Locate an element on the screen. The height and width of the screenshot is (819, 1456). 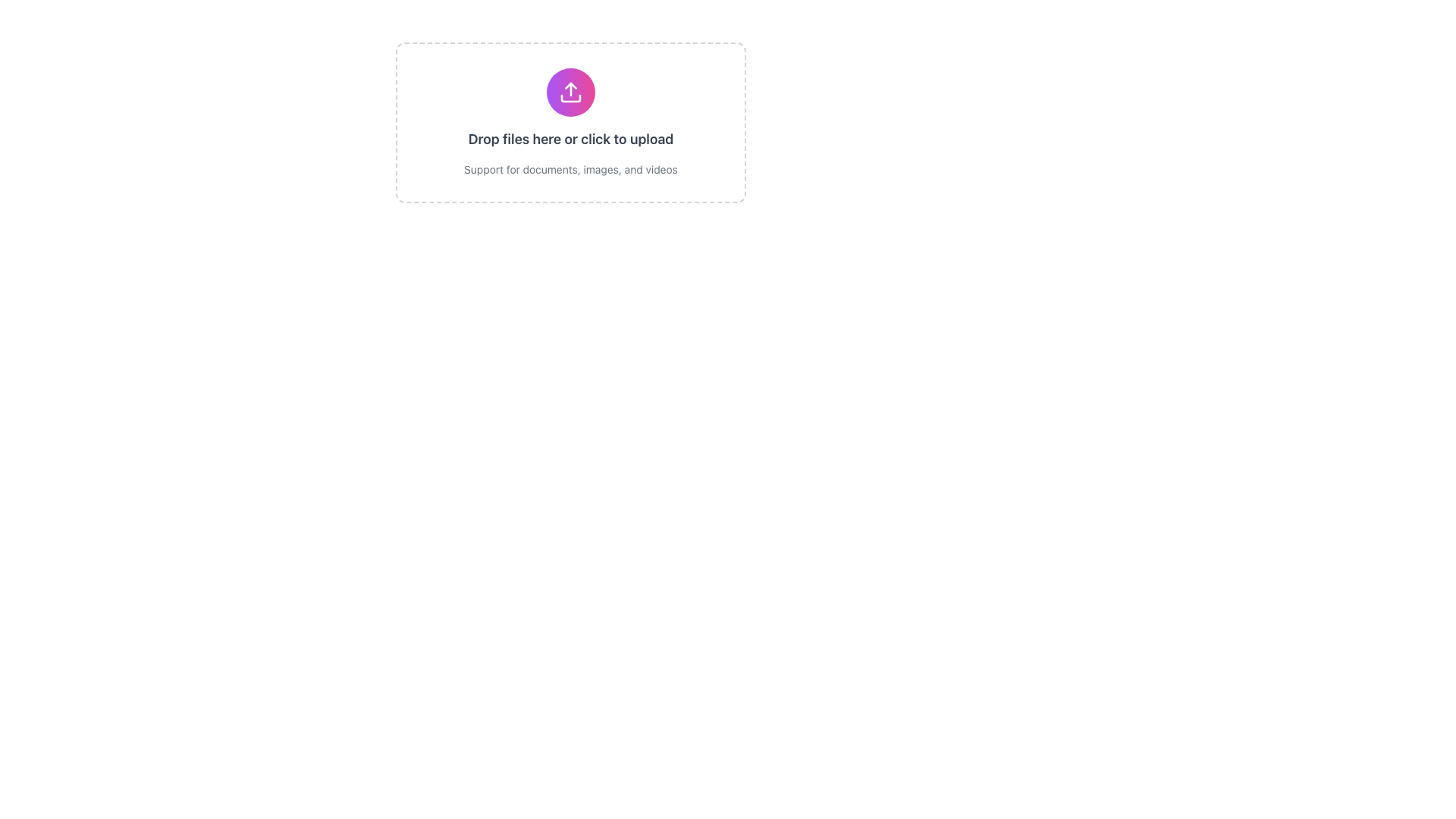
the center of the upload button with an icon is located at coordinates (570, 93).